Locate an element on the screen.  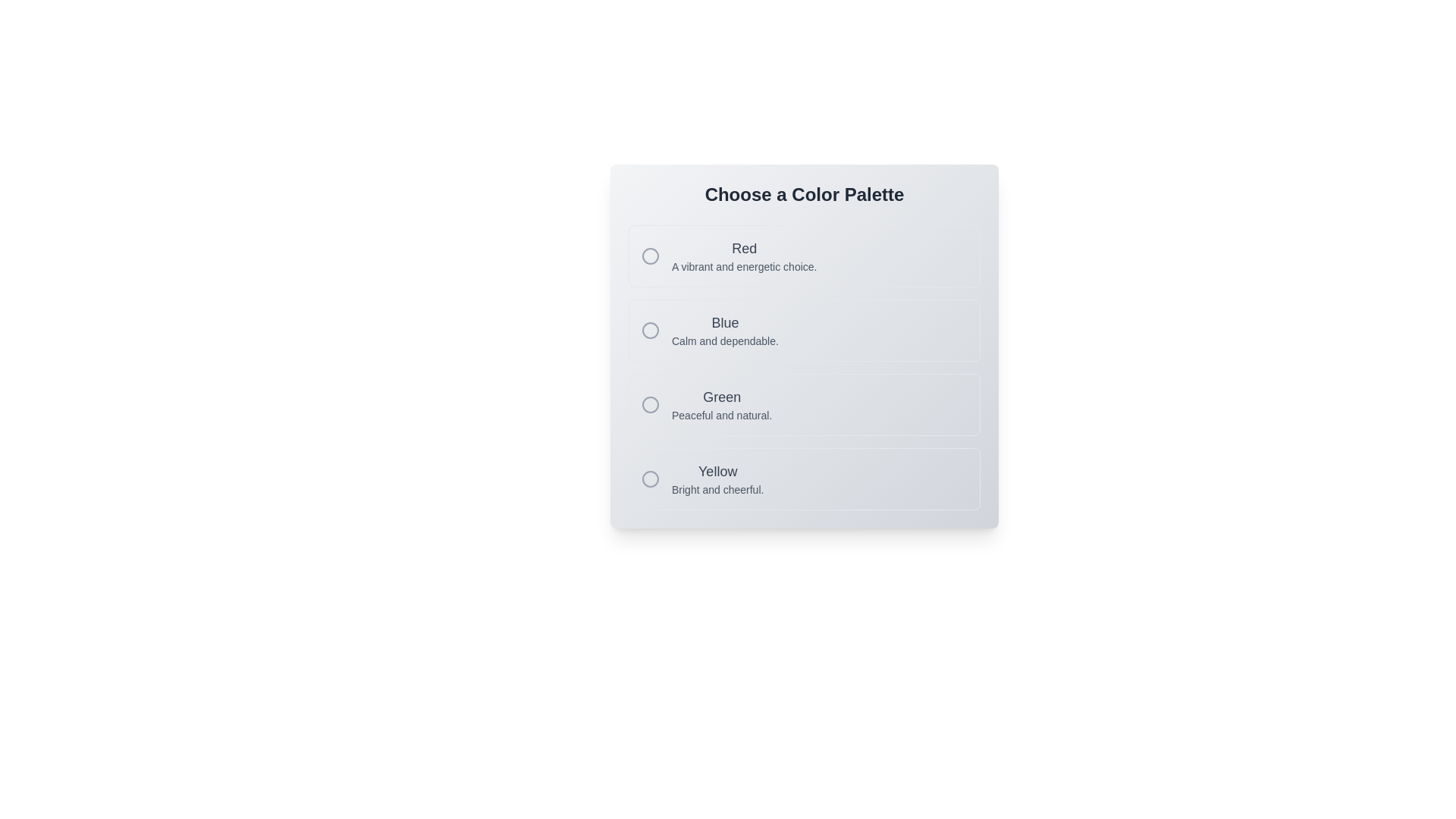
the radio button for the 'Green' option located is located at coordinates (651, 403).